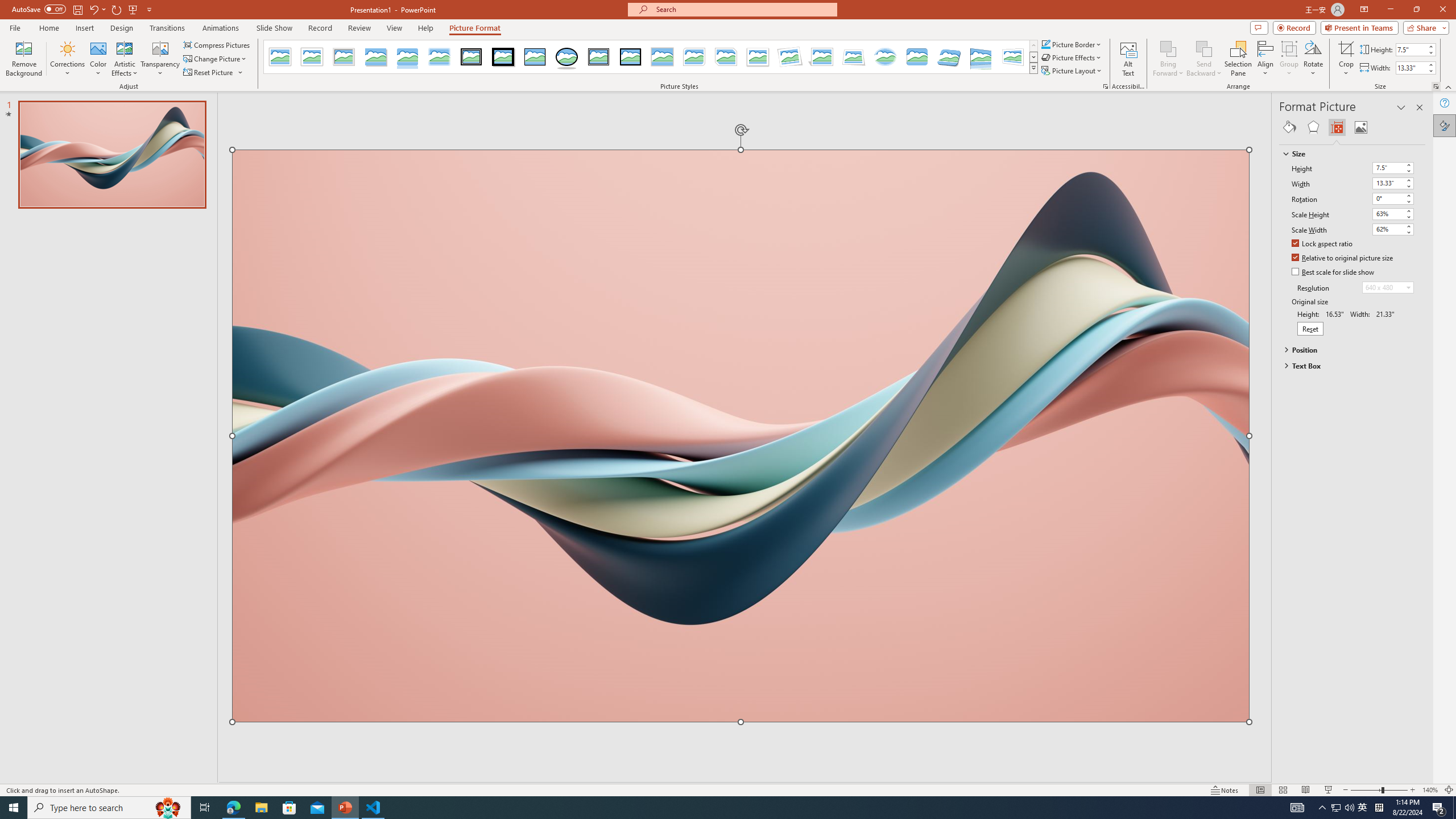 Image resolution: width=1456 pixels, height=819 pixels. What do you see at coordinates (1435, 85) in the screenshot?
I see `'Size and Position...'` at bounding box center [1435, 85].